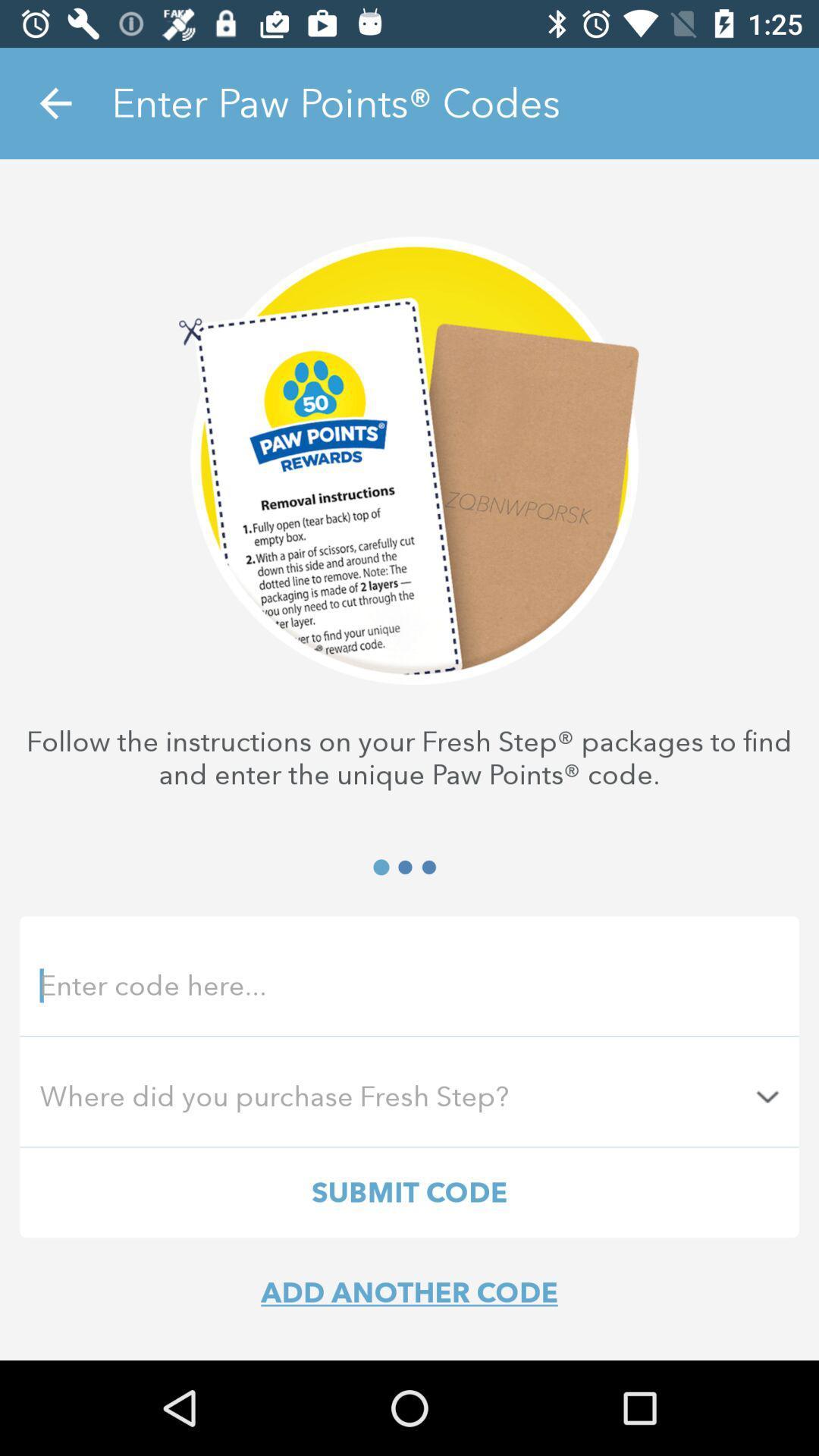  Describe the element at coordinates (55, 102) in the screenshot. I see `icon to the left of enter paw points` at that location.